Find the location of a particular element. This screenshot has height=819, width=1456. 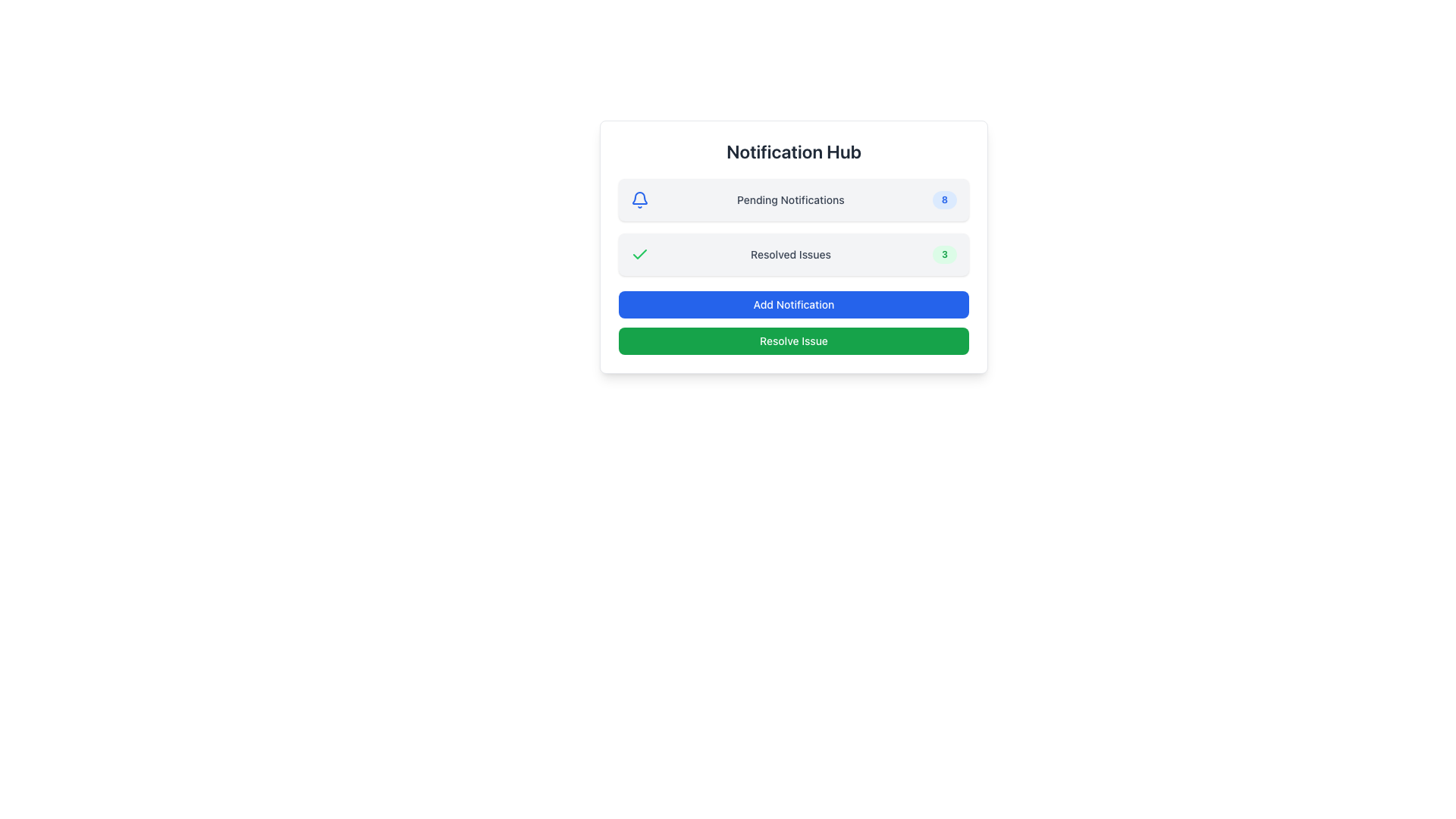

the checkmark icon in the 'Resolved Issues' panel, which visually indicates that an issue has been resolved is located at coordinates (640, 253).